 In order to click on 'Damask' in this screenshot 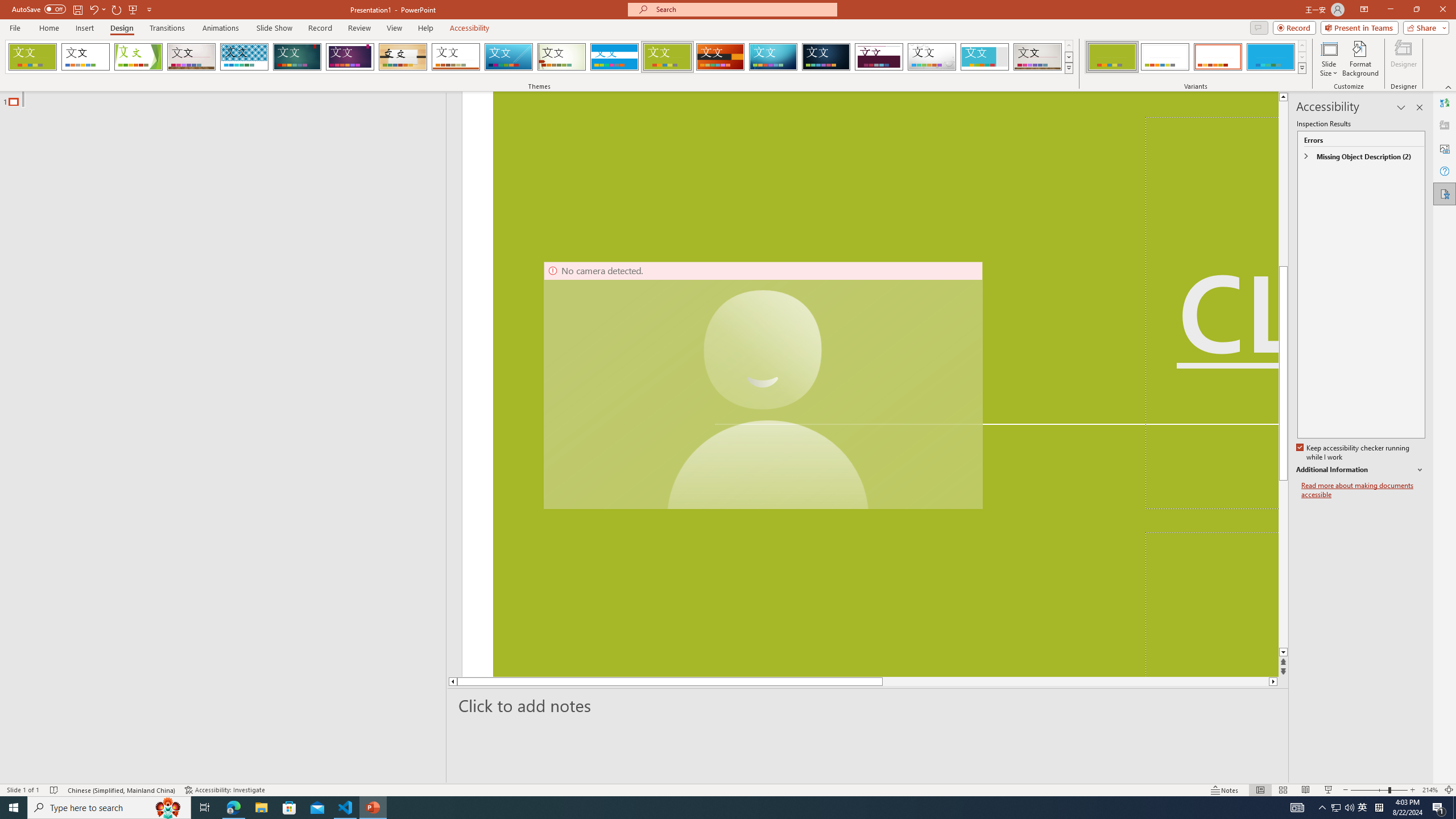, I will do `click(825, 56)`.